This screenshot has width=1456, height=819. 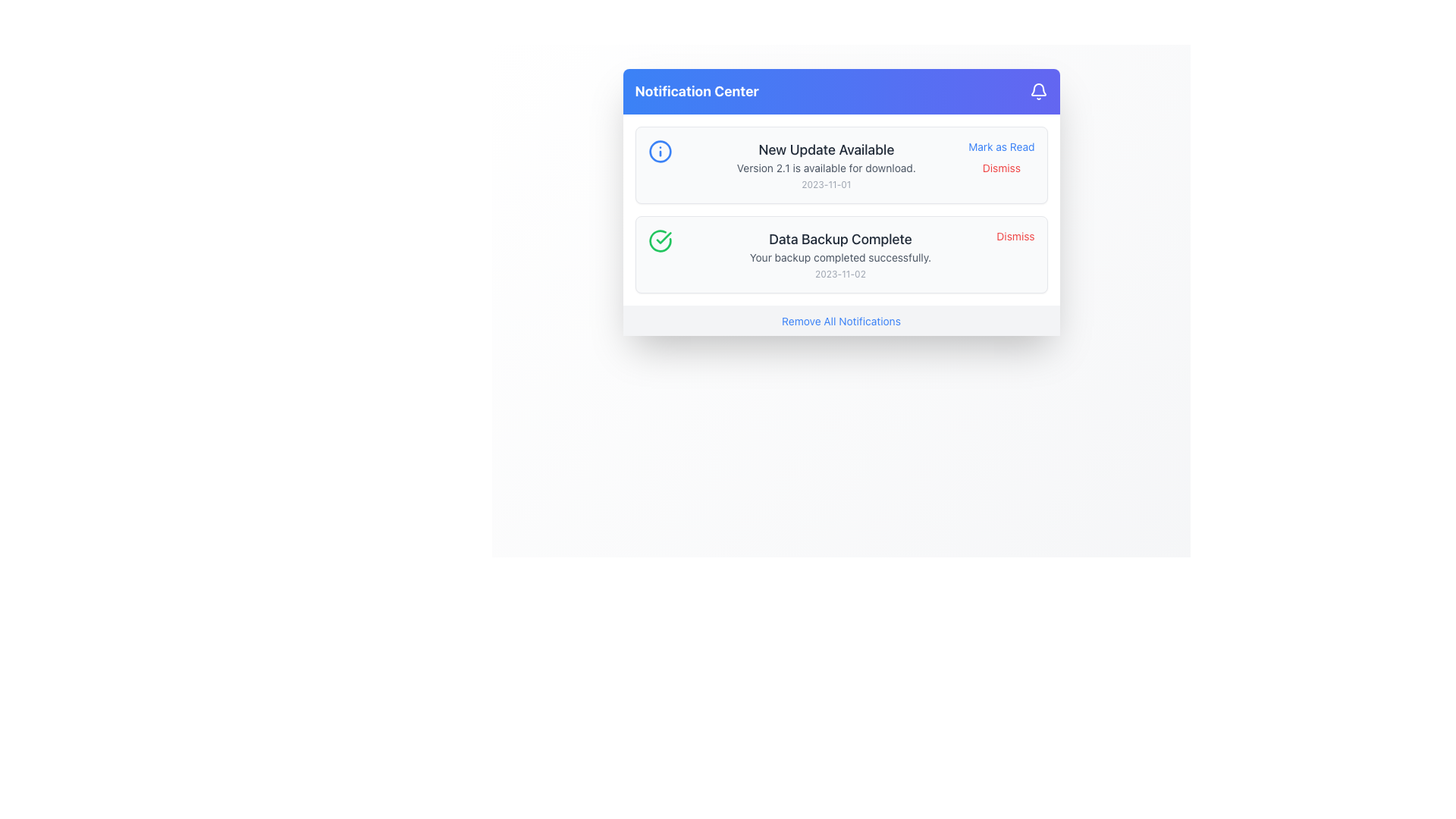 I want to click on the 'Mark as Read' interactive text link styled in blue font, so click(x=1001, y=146).